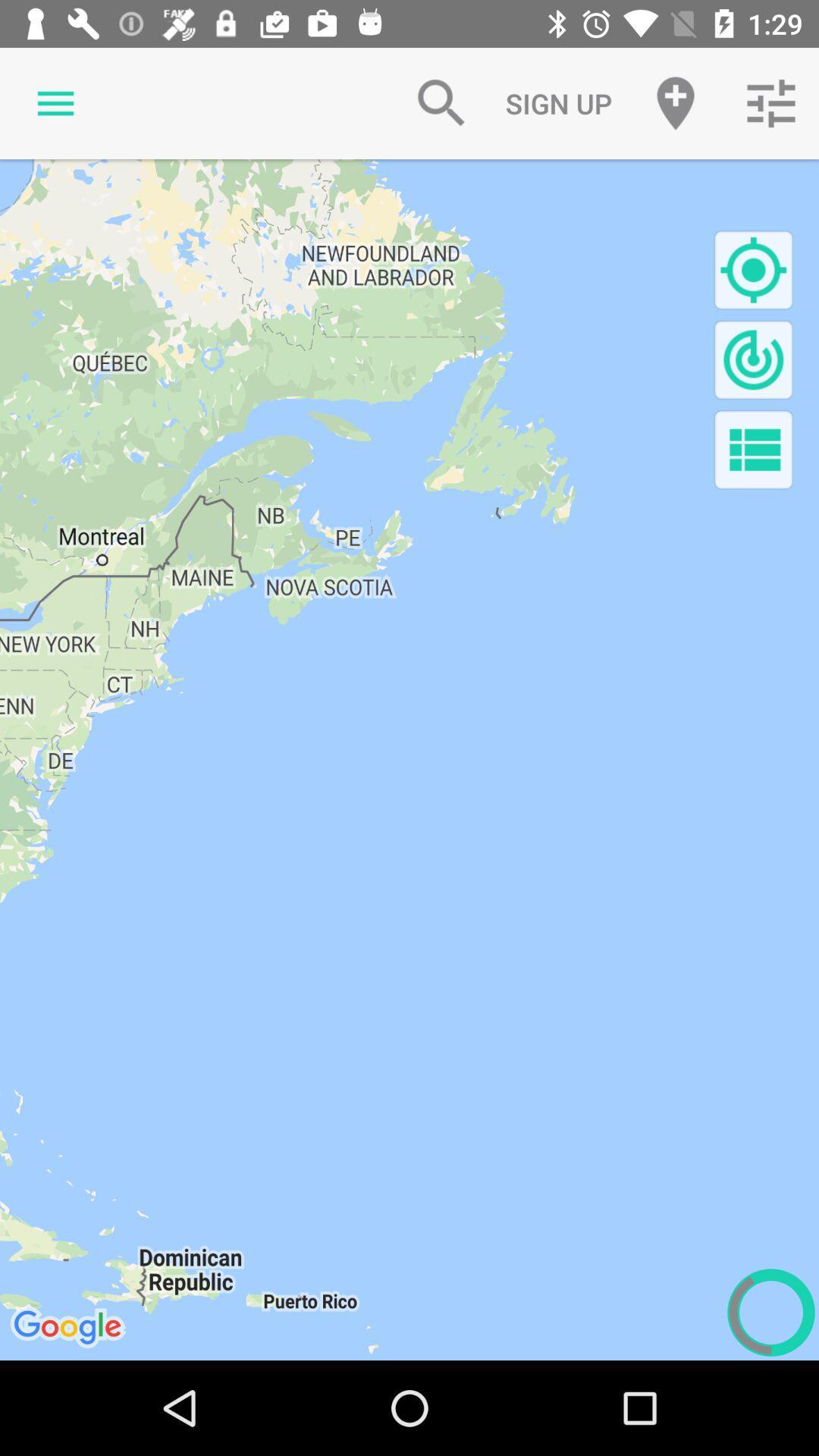  Describe the element at coordinates (675, 102) in the screenshot. I see `the item to the right of the sign up item` at that location.